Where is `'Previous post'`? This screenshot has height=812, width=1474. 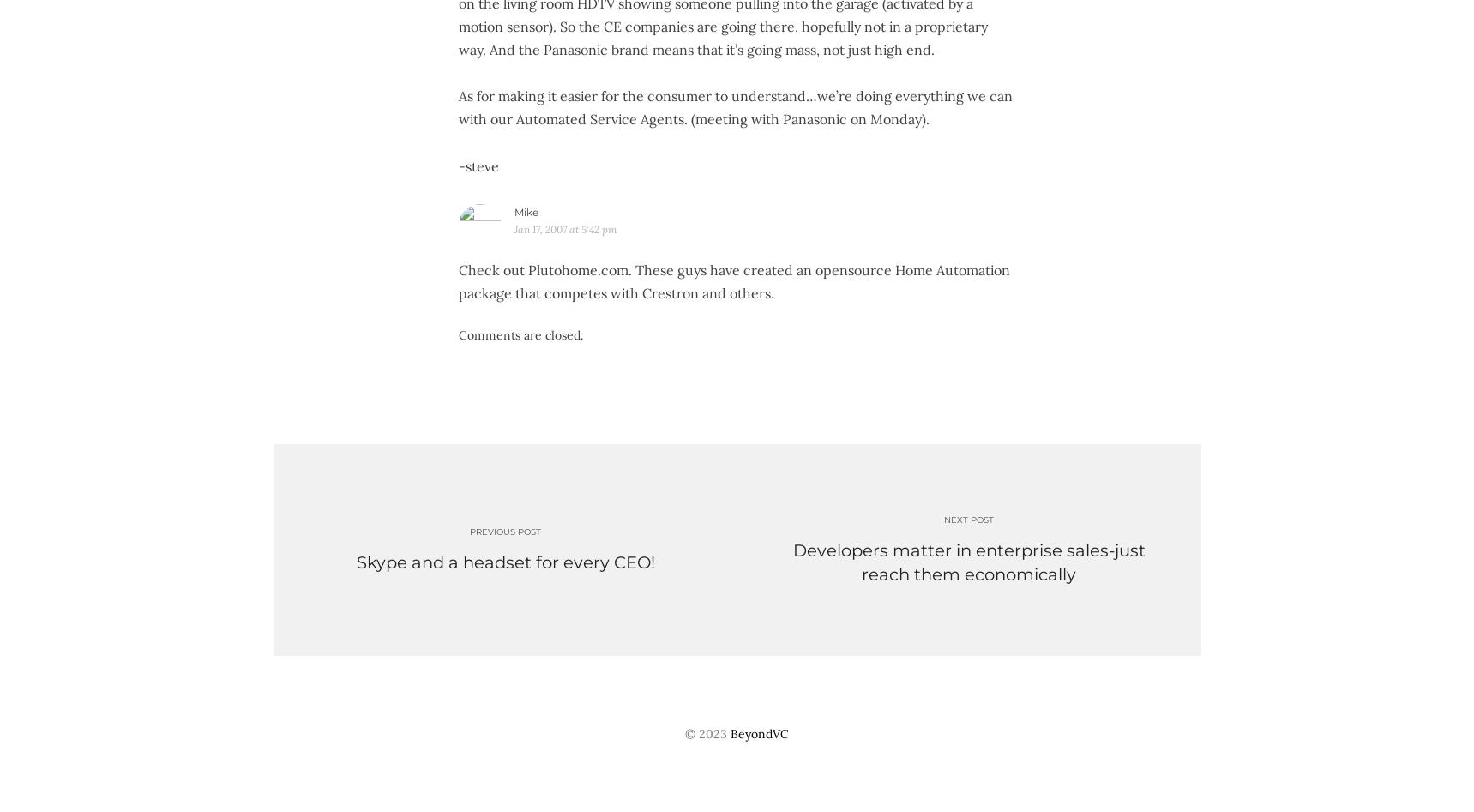
'Previous post' is located at coordinates (505, 531).